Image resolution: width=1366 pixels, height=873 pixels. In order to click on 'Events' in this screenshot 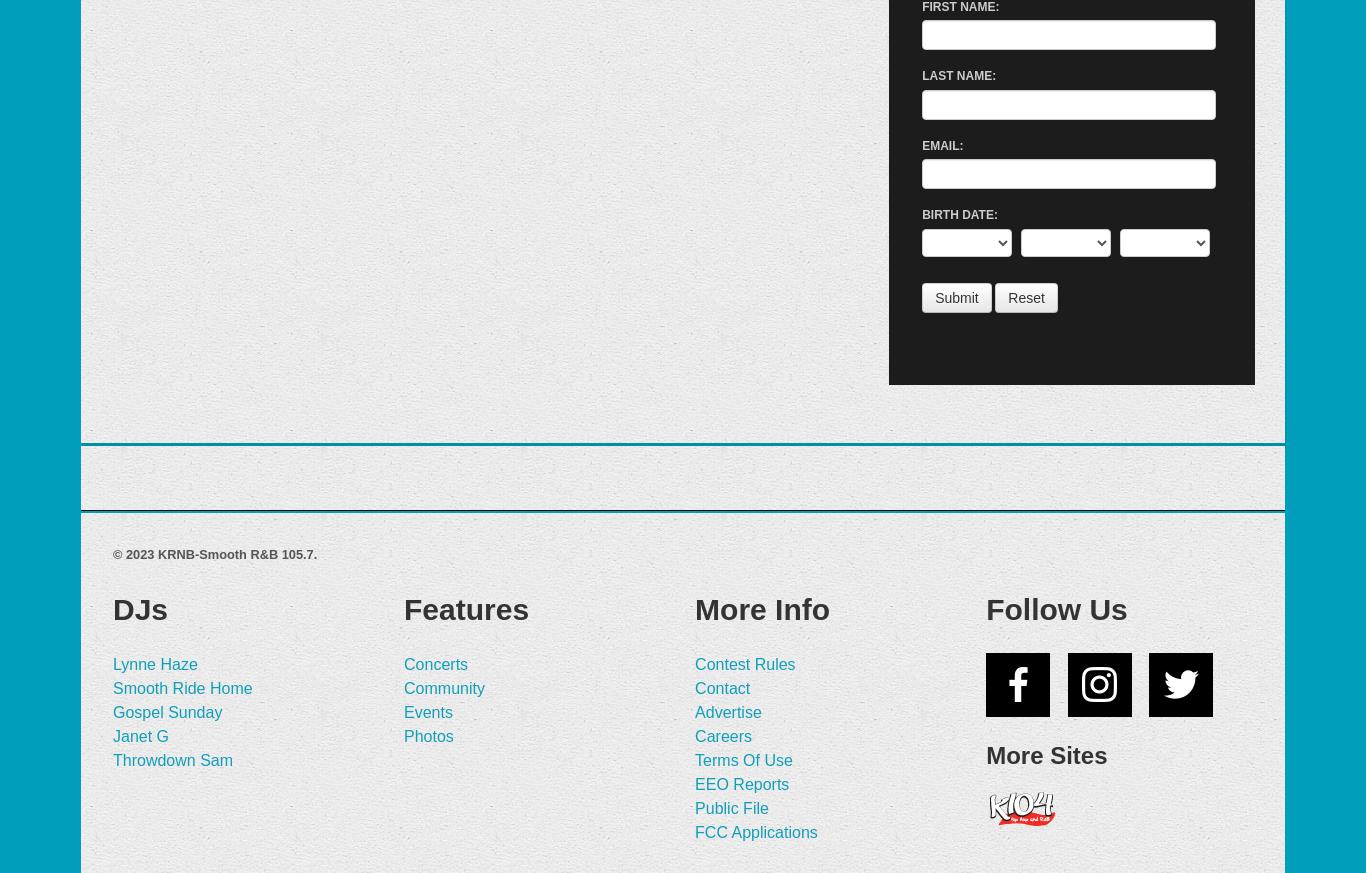, I will do `click(426, 710)`.